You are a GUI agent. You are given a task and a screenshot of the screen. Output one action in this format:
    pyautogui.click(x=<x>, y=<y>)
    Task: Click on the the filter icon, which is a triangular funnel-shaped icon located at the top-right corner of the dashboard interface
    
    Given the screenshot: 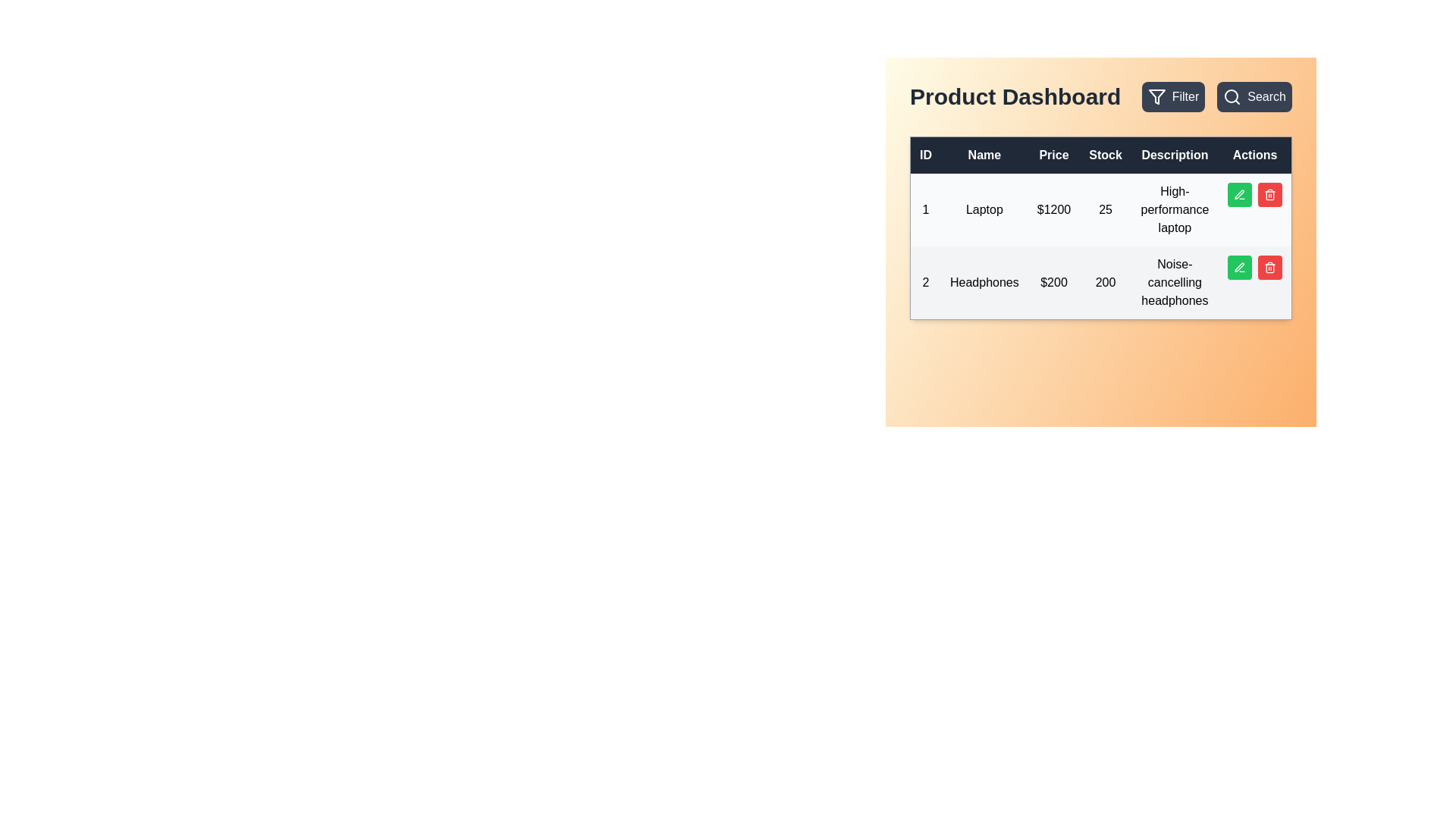 What is the action you would take?
    pyautogui.click(x=1156, y=96)
    